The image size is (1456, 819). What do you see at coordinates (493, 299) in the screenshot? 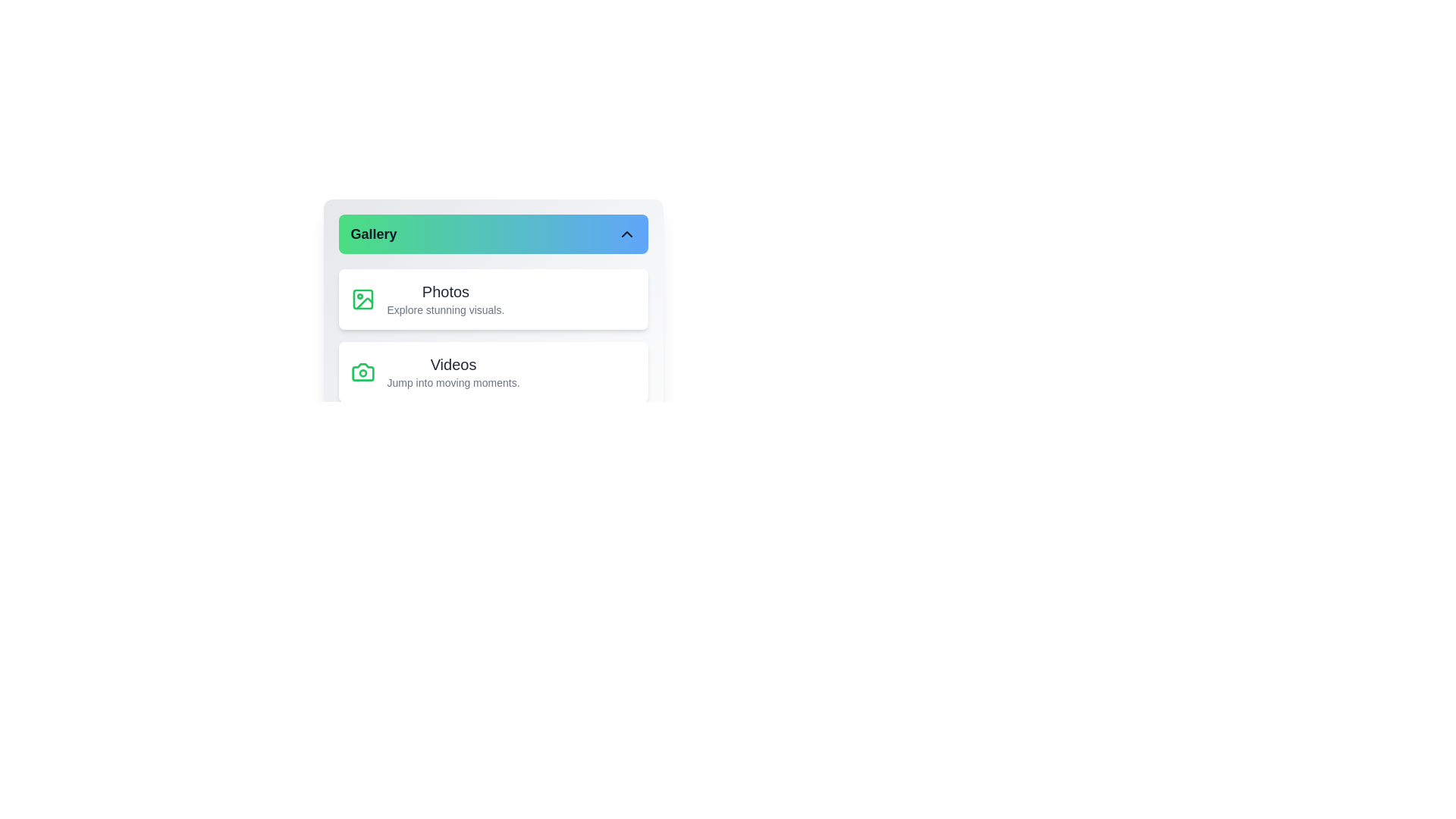
I see `the gallery category Photos to observe its hover effects` at bounding box center [493, 299].